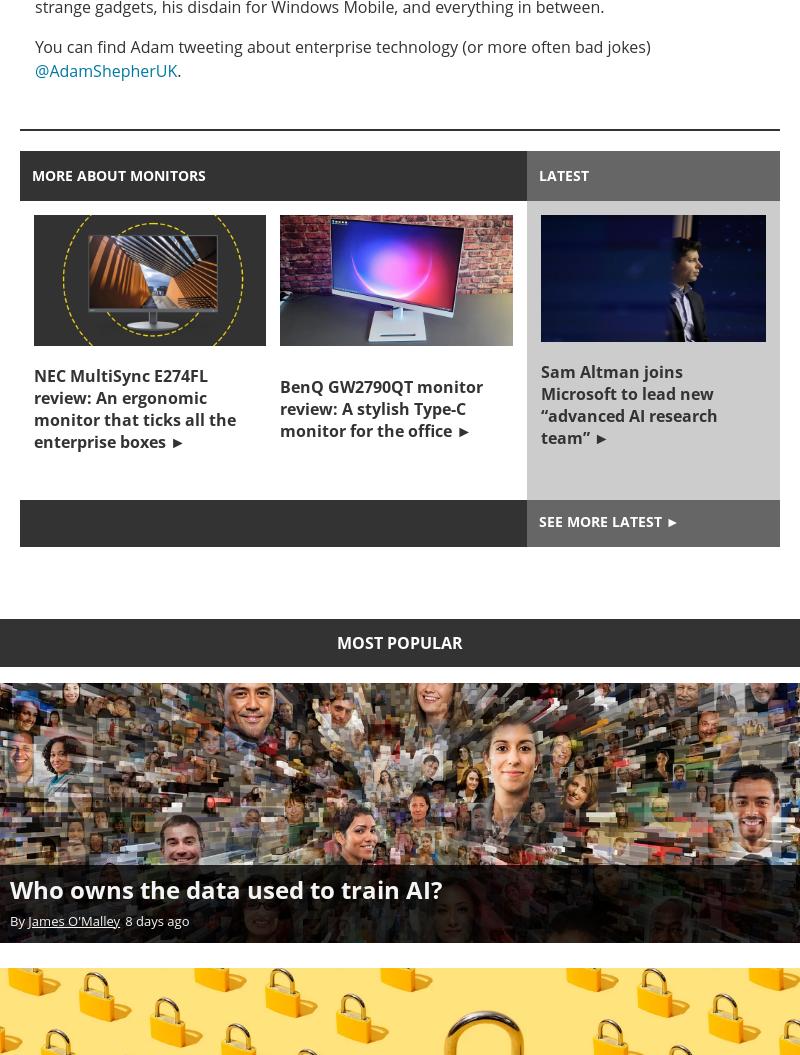 Image resolution: width=800 pixels, height=1055 pixels. I want to click on '.', so click(178, 69).